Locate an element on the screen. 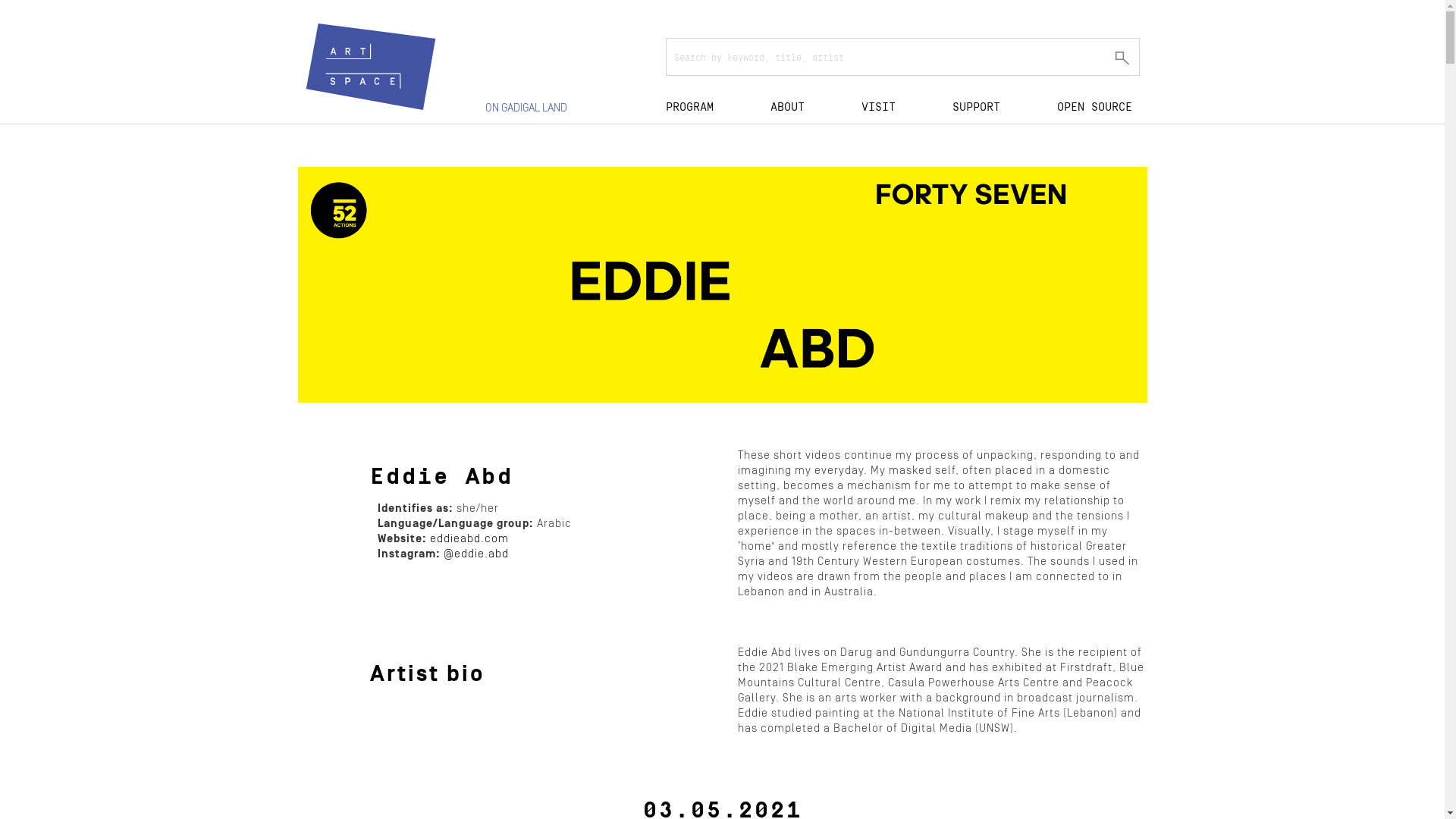 This screenshot has width=1456, height=819. 'ABOUT' is located at coordinates (770, 105).